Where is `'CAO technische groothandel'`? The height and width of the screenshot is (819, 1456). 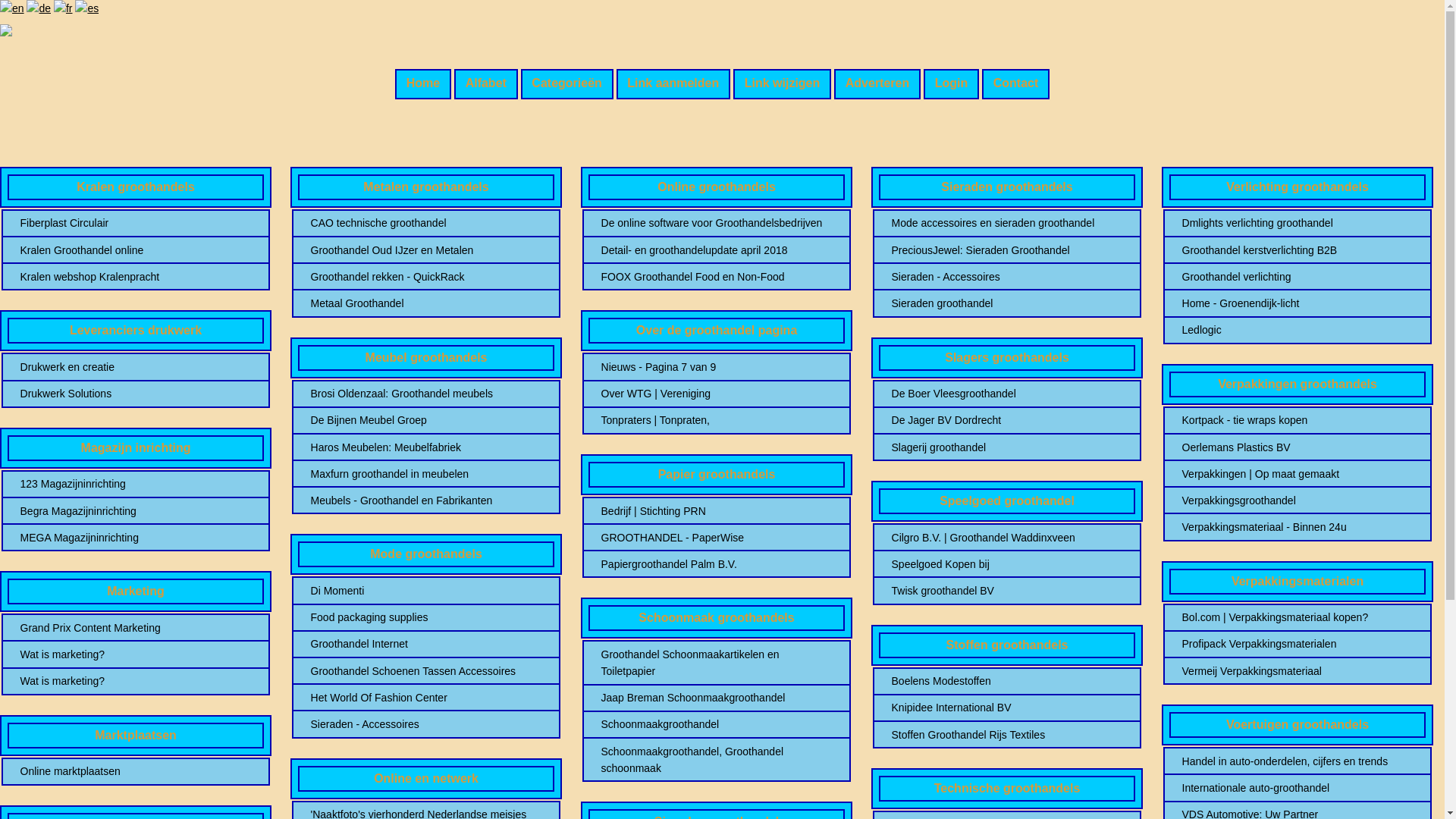 'CAO technische groothandel' is located at coordinates (425, 222).